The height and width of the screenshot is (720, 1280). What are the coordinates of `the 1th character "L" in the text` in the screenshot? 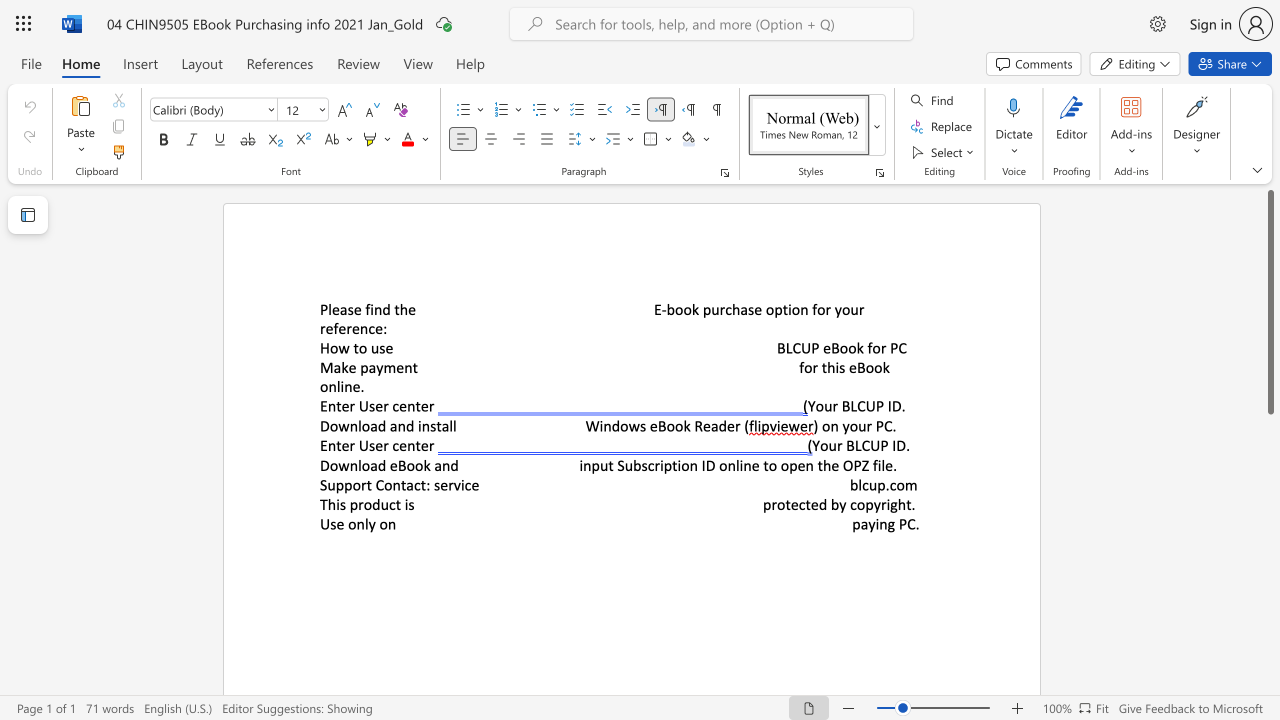 It's located at (853, 405).